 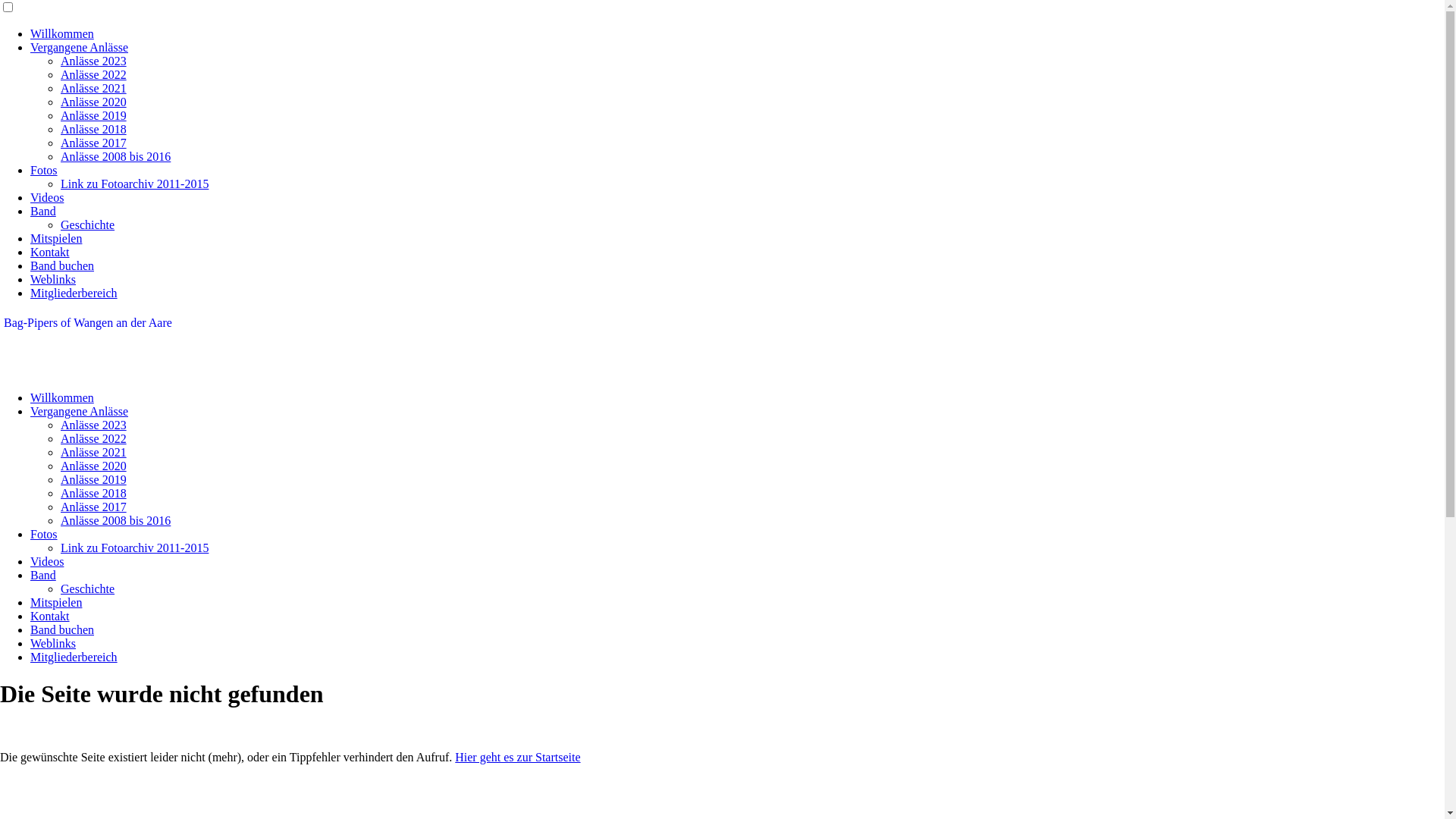 I want to click on 'Band', so click(x=43, y=575).